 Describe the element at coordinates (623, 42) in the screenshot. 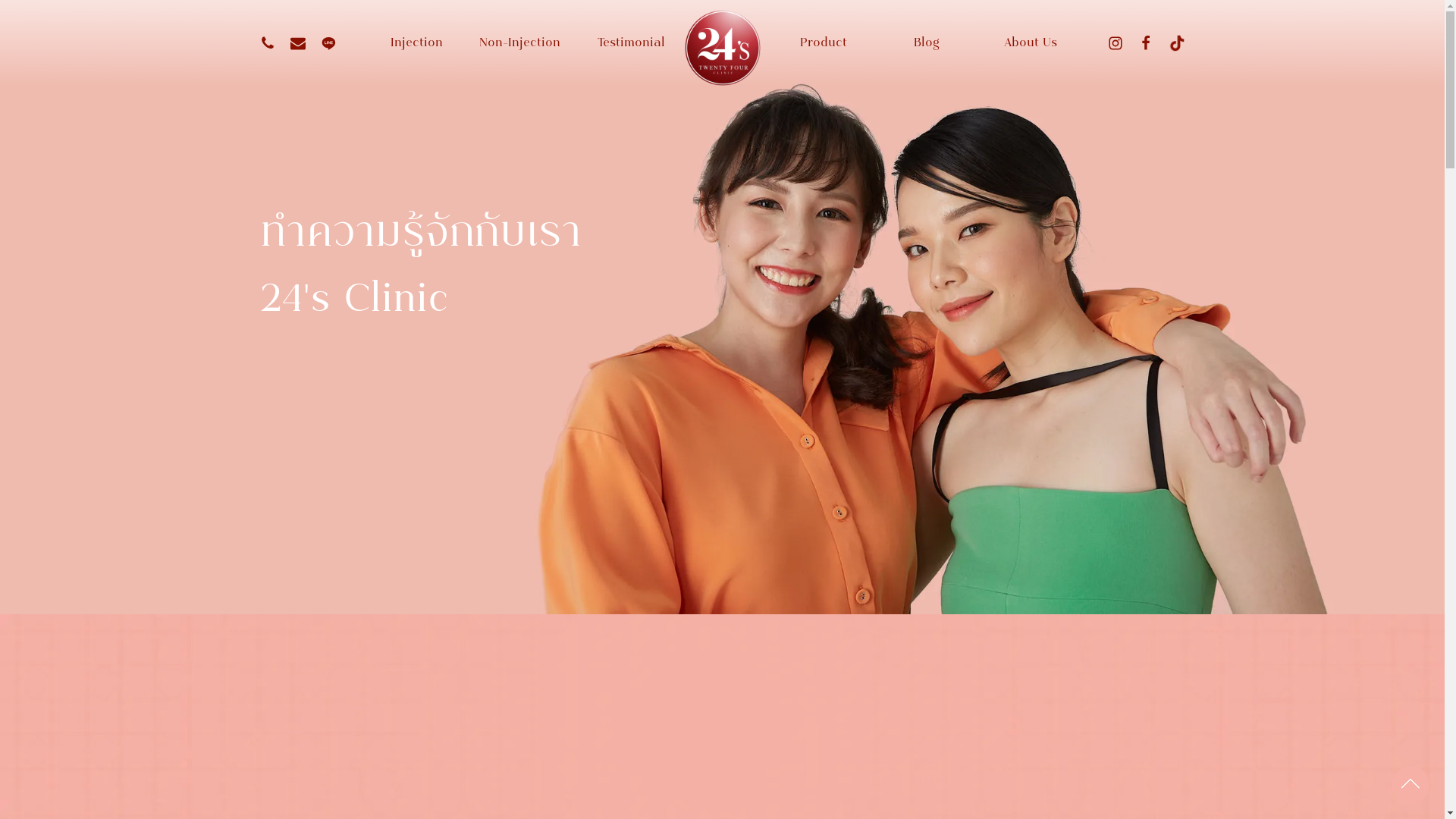

I see `'Testimonial'` at that location.